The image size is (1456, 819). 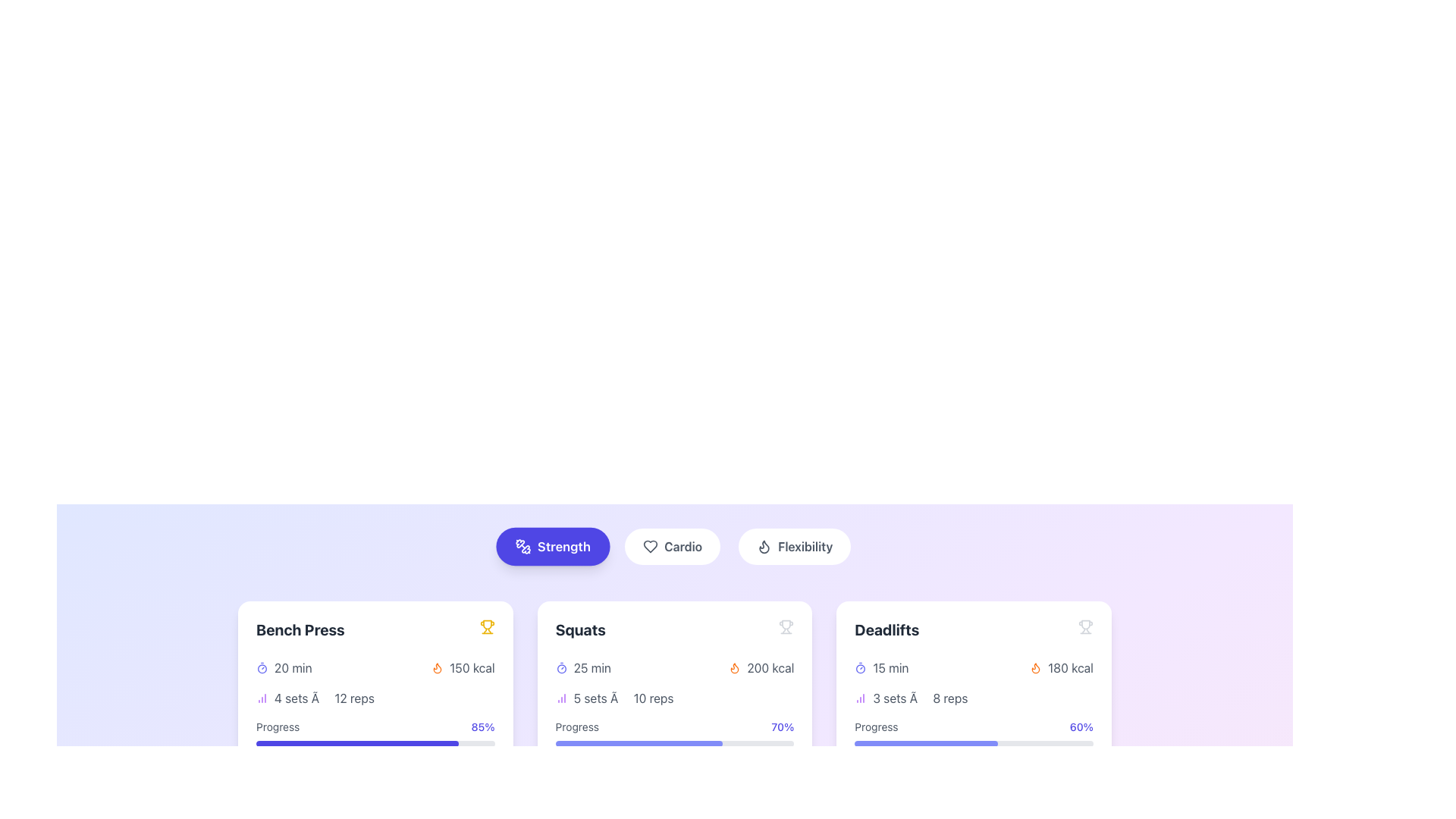 What do you see at coordinates (673, 667) in the screenshot?
I see `the informational display bar located within the 'Squats' workout card, which shows key metrics such as duration and calories burned` at bounding box center [673, 667].